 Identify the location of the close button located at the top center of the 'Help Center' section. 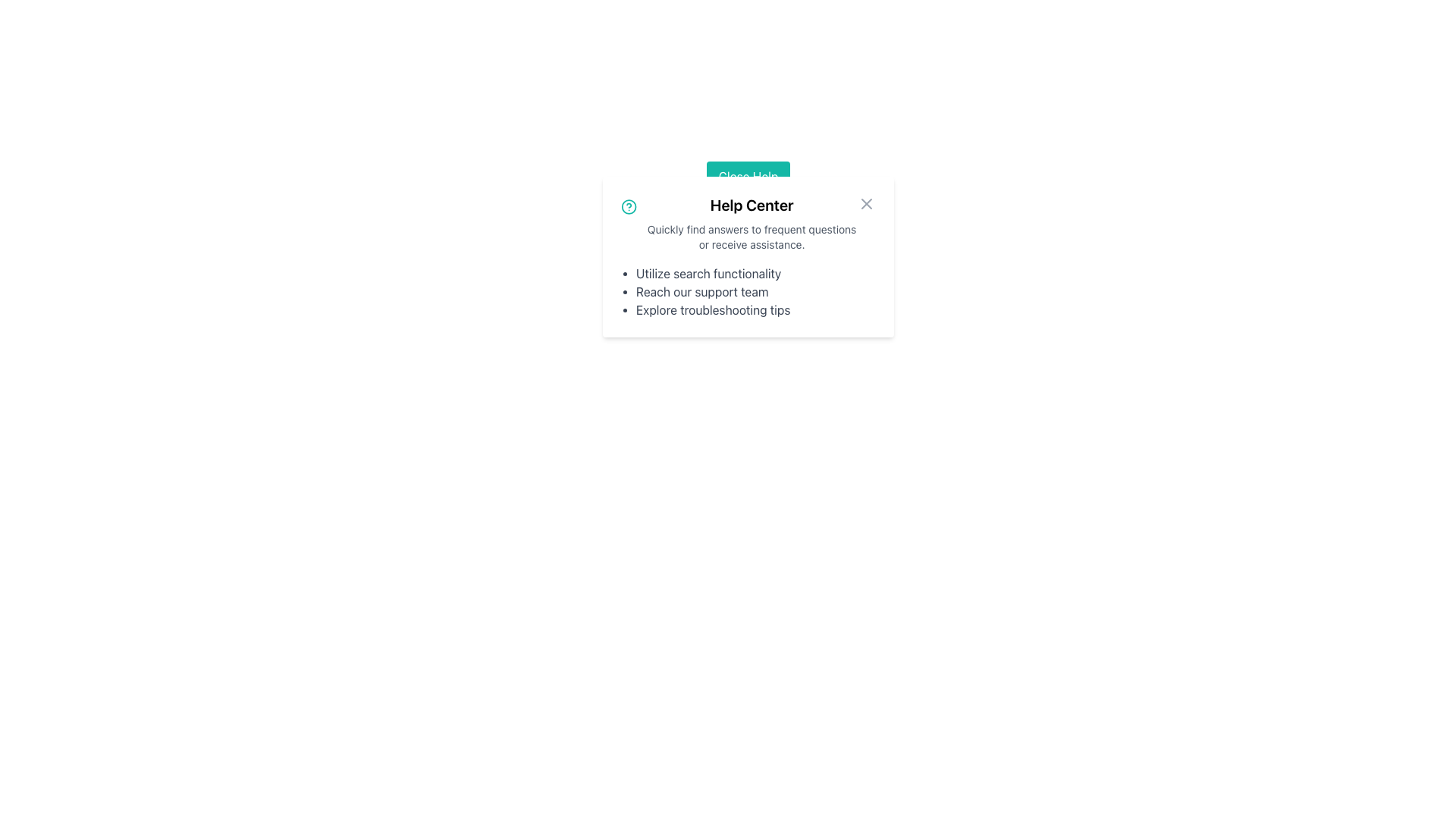
(748, 175).